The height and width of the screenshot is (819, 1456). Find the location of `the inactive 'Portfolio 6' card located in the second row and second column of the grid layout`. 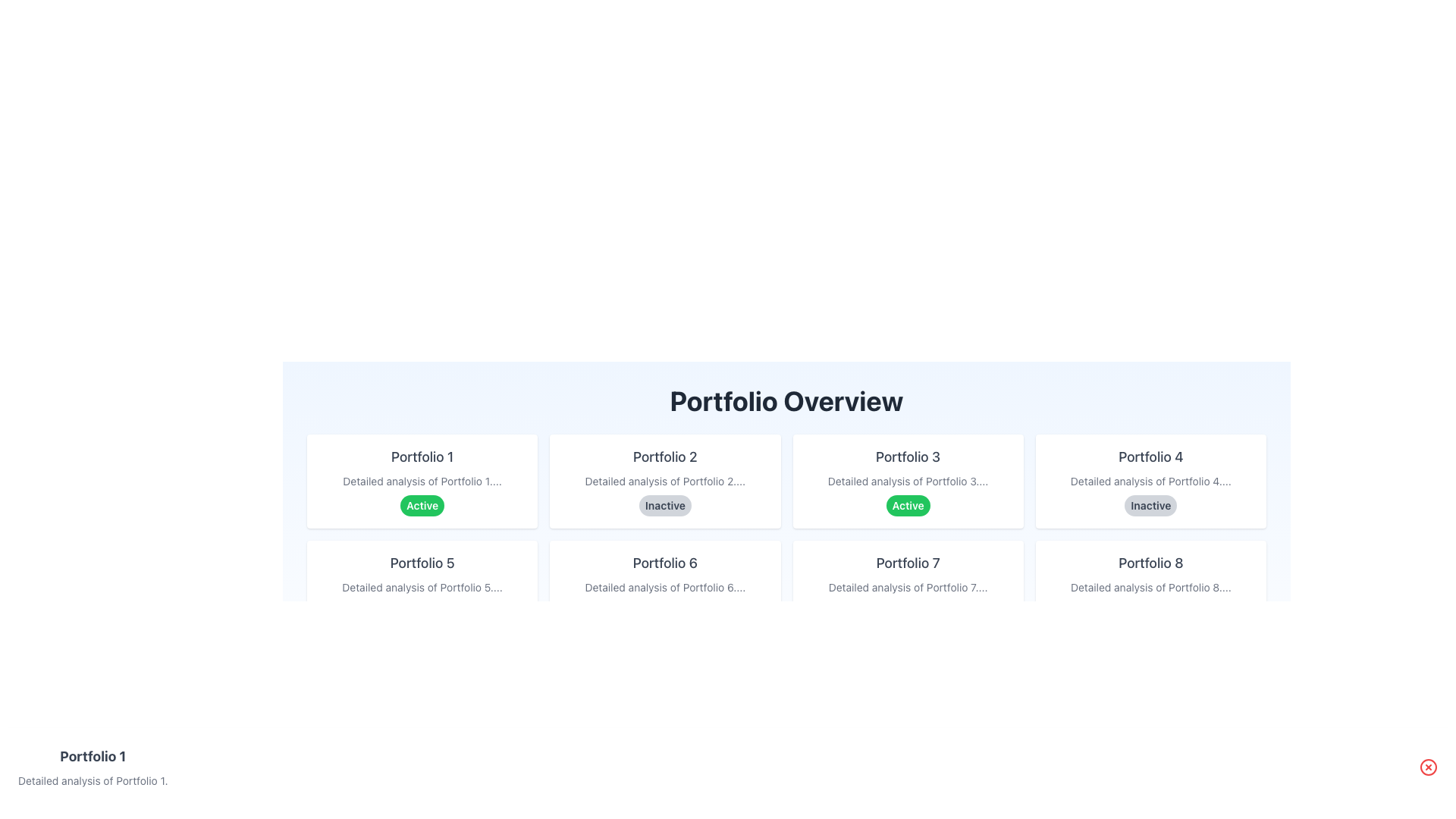

the inactive 'Portfolio 6' card located in the second row and second column of the grid layout is located at coordinates (665, 587).